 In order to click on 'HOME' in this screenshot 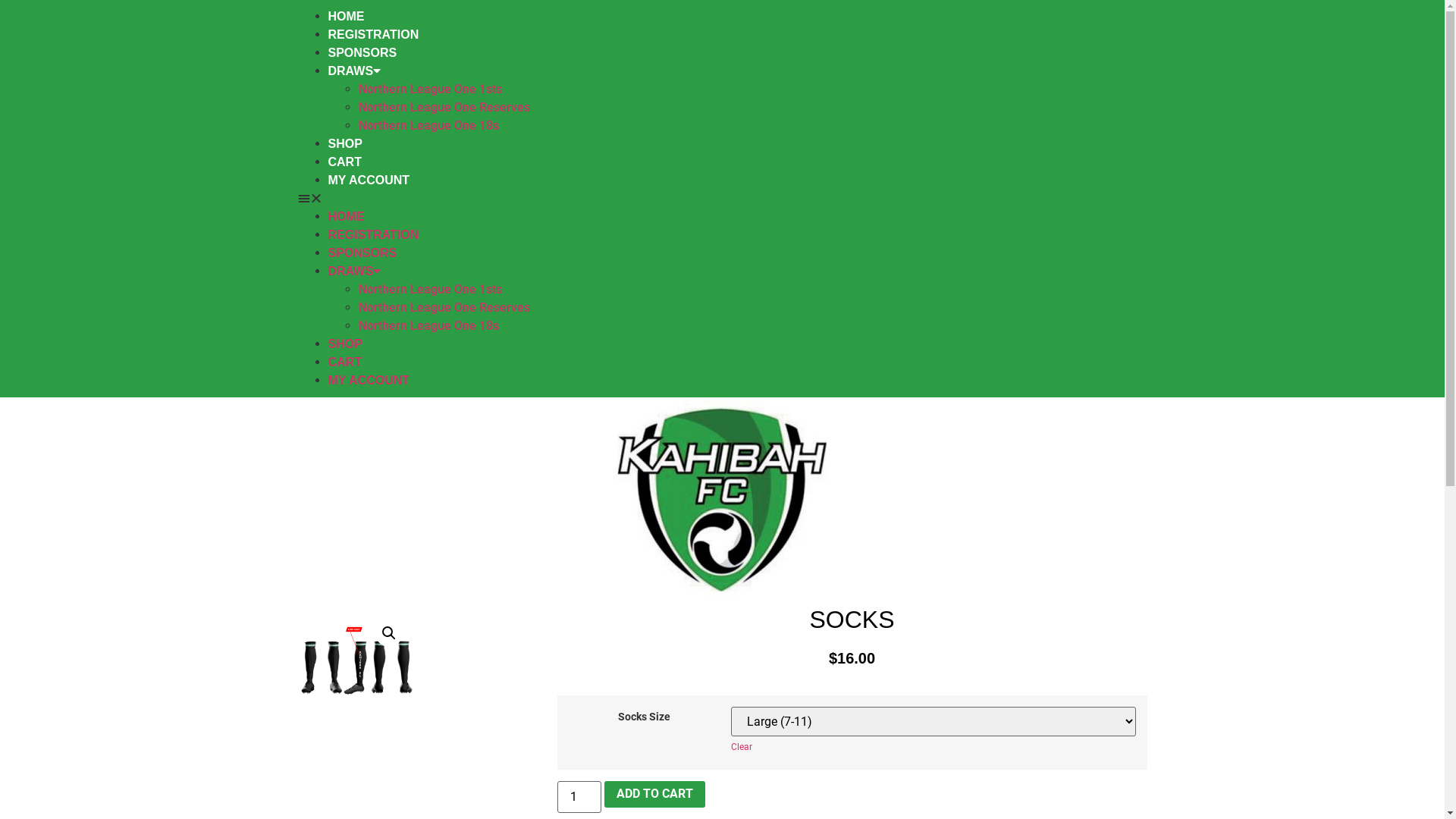, I will do `click(327, 216)`.